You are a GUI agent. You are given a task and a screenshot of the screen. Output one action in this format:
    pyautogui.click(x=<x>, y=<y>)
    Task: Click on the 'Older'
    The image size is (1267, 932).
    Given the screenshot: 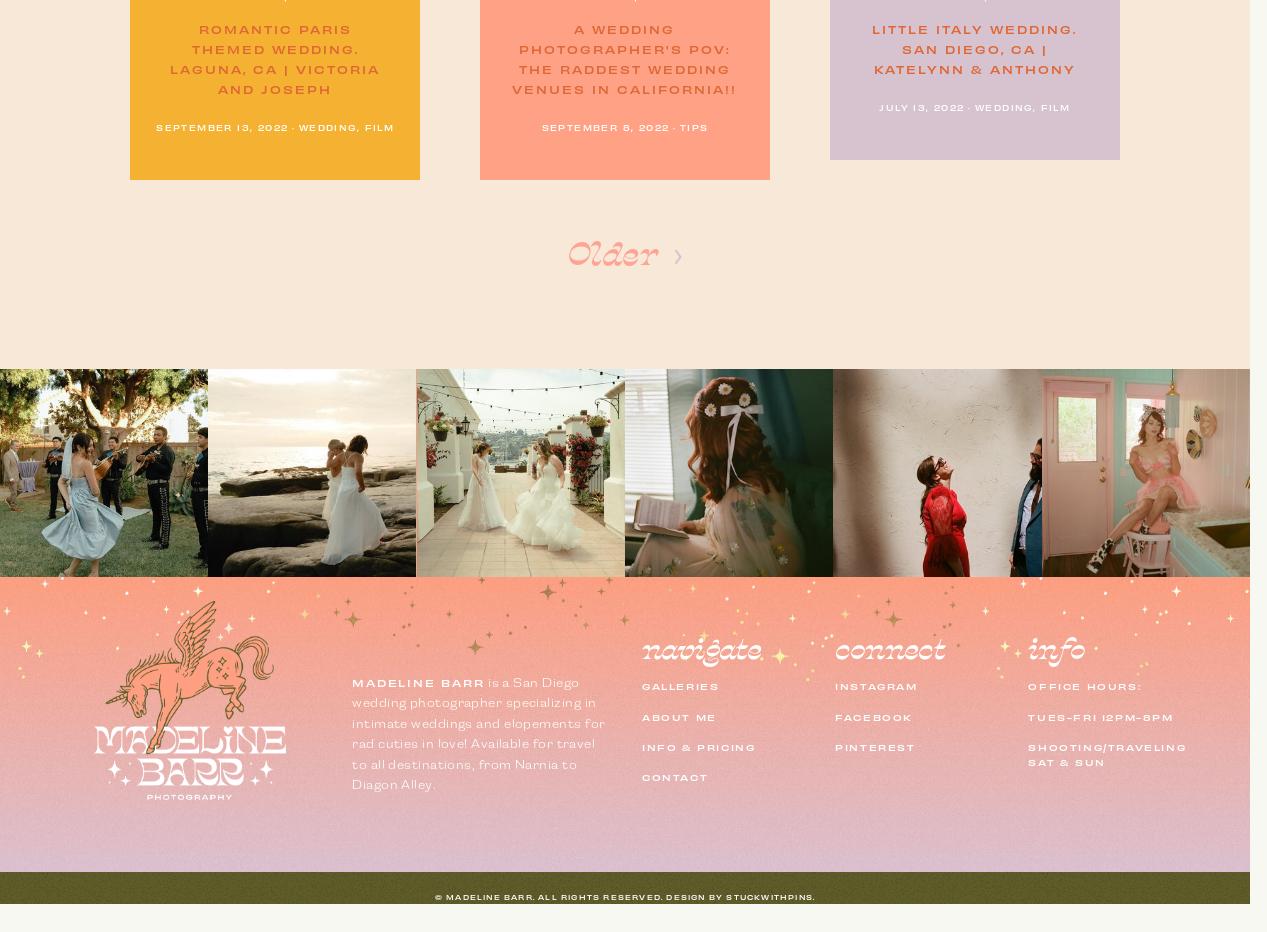 What is the action you would take?
    pyautogui.click(x=610, y=254)
    